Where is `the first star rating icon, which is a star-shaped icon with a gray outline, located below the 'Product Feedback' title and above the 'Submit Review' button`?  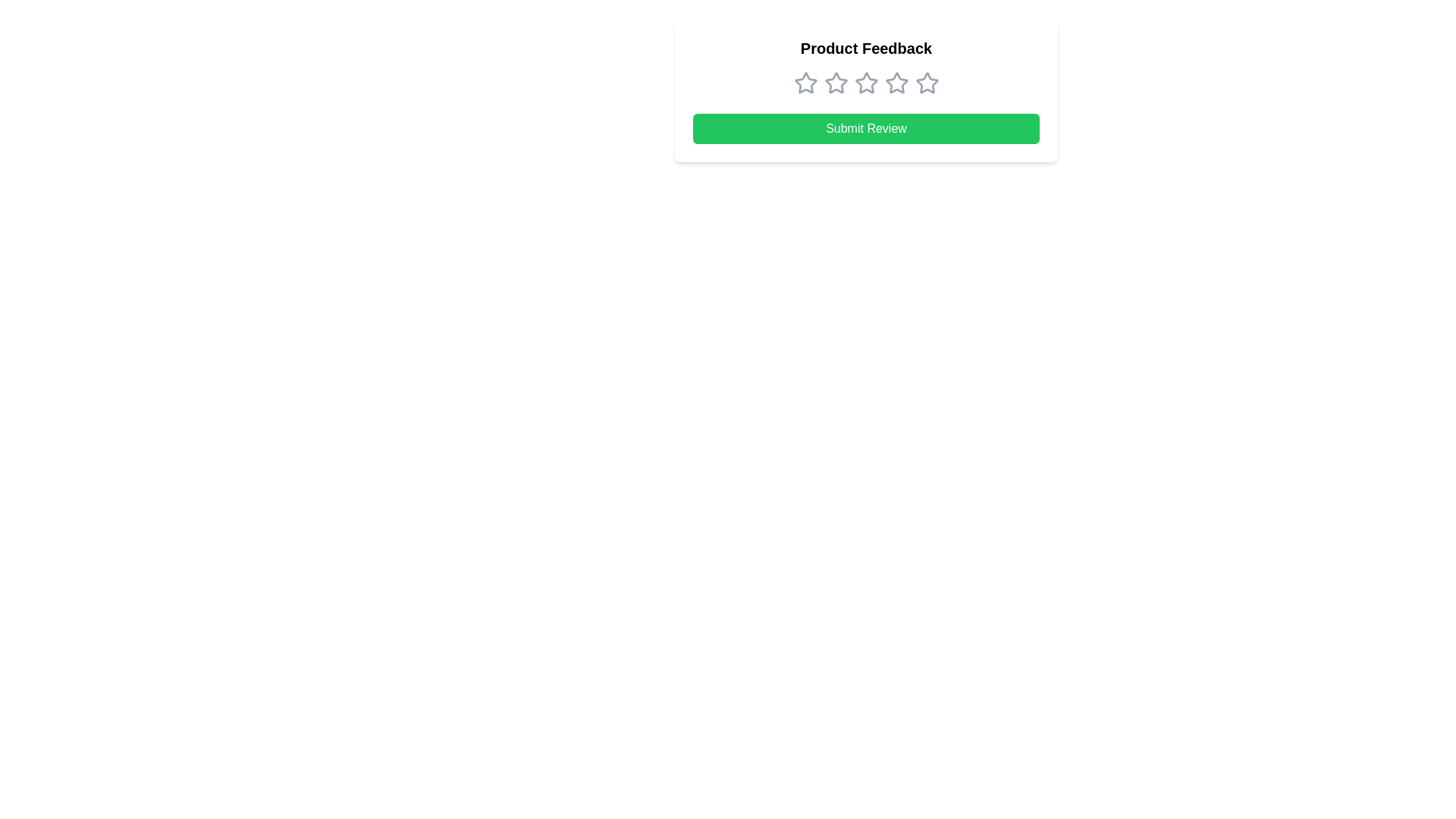 the first star rating icon, which is a star-shaped icon with a gray outline, located below the 'Product Feedback' title and above the 'Submit Review' button is located at coordinates (805, 83).